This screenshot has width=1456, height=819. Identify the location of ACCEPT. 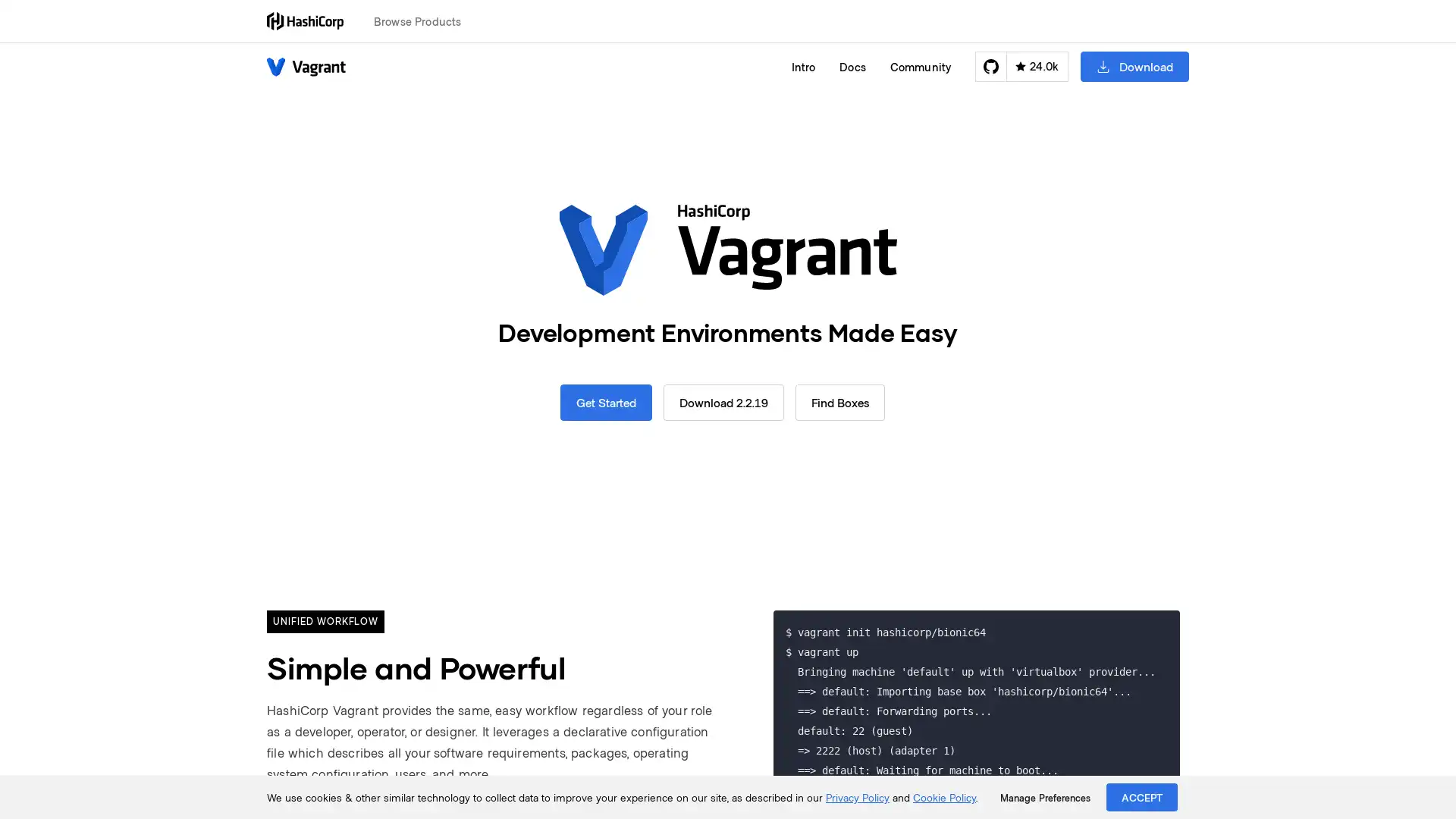
(1142, 796).